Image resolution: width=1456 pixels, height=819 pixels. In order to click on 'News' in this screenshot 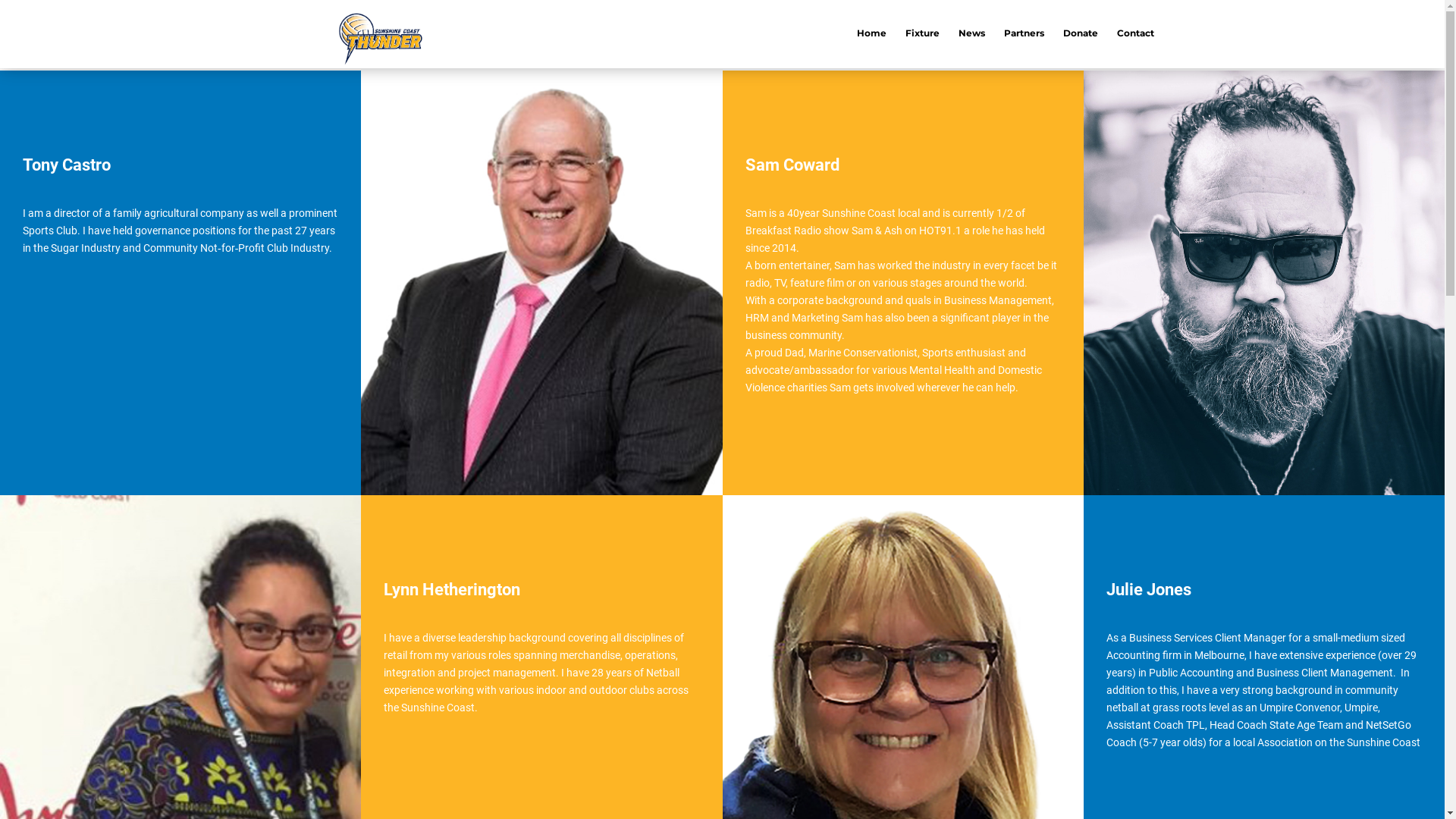, I will do `click(957, 34)`.